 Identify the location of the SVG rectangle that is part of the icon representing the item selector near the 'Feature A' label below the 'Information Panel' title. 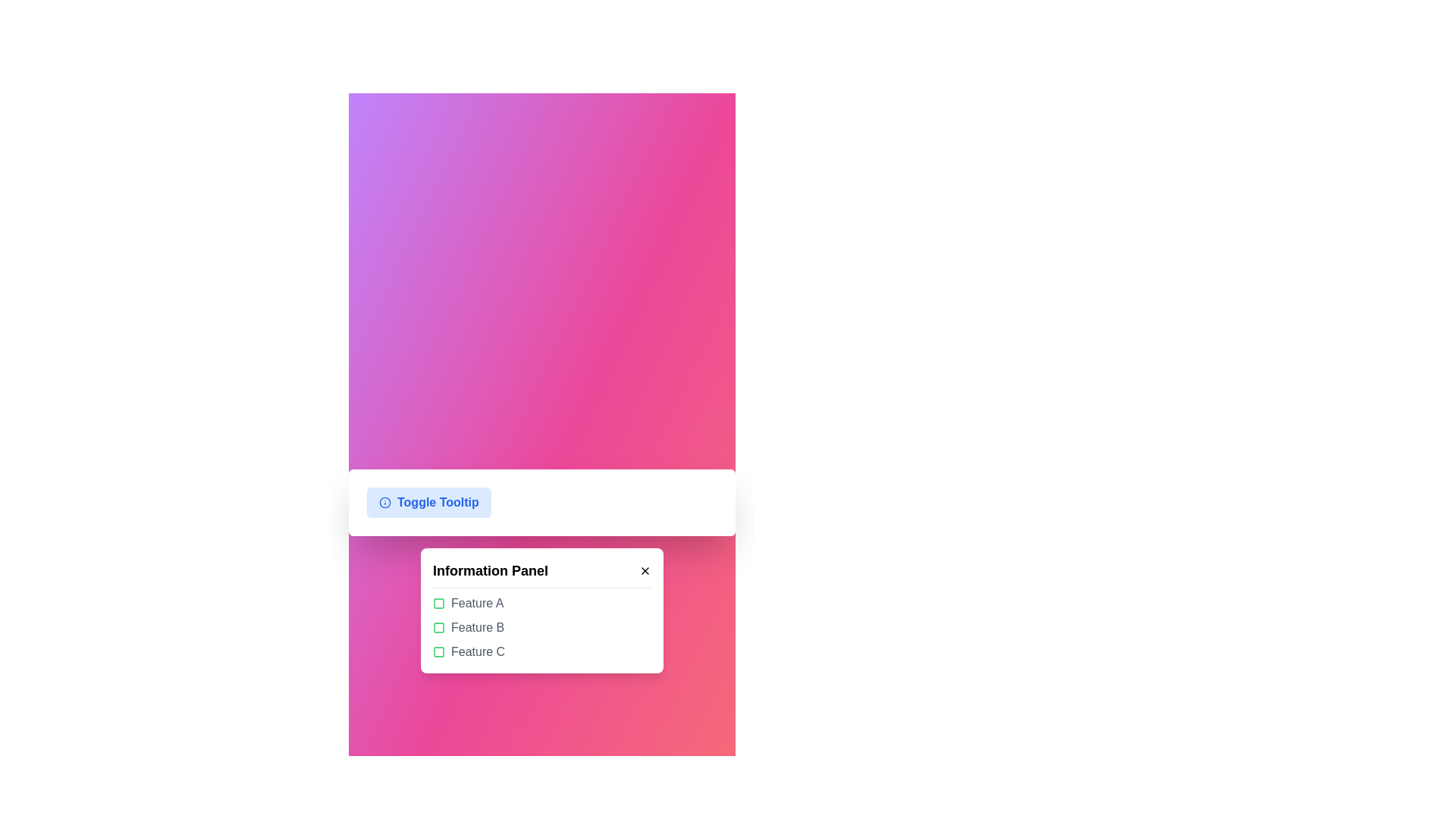
(438, 602).